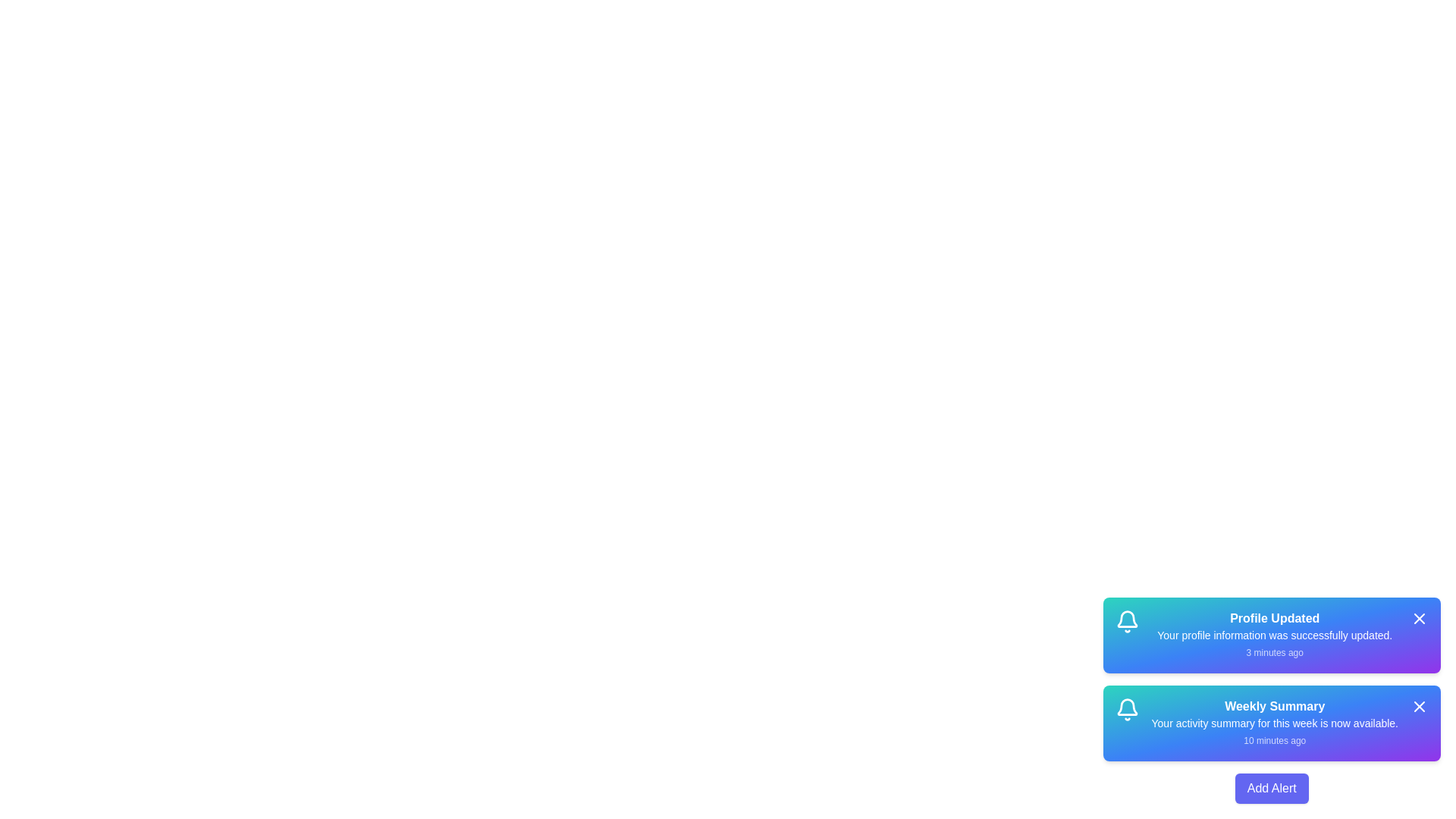 Image resolution: width=1456 pixels, height=819 pixels. What do you see at coordinates (1272, 788) in the screenshot?
I see `the 'Add Alert' button to add a new alert` at bounding box center [1272, 788].